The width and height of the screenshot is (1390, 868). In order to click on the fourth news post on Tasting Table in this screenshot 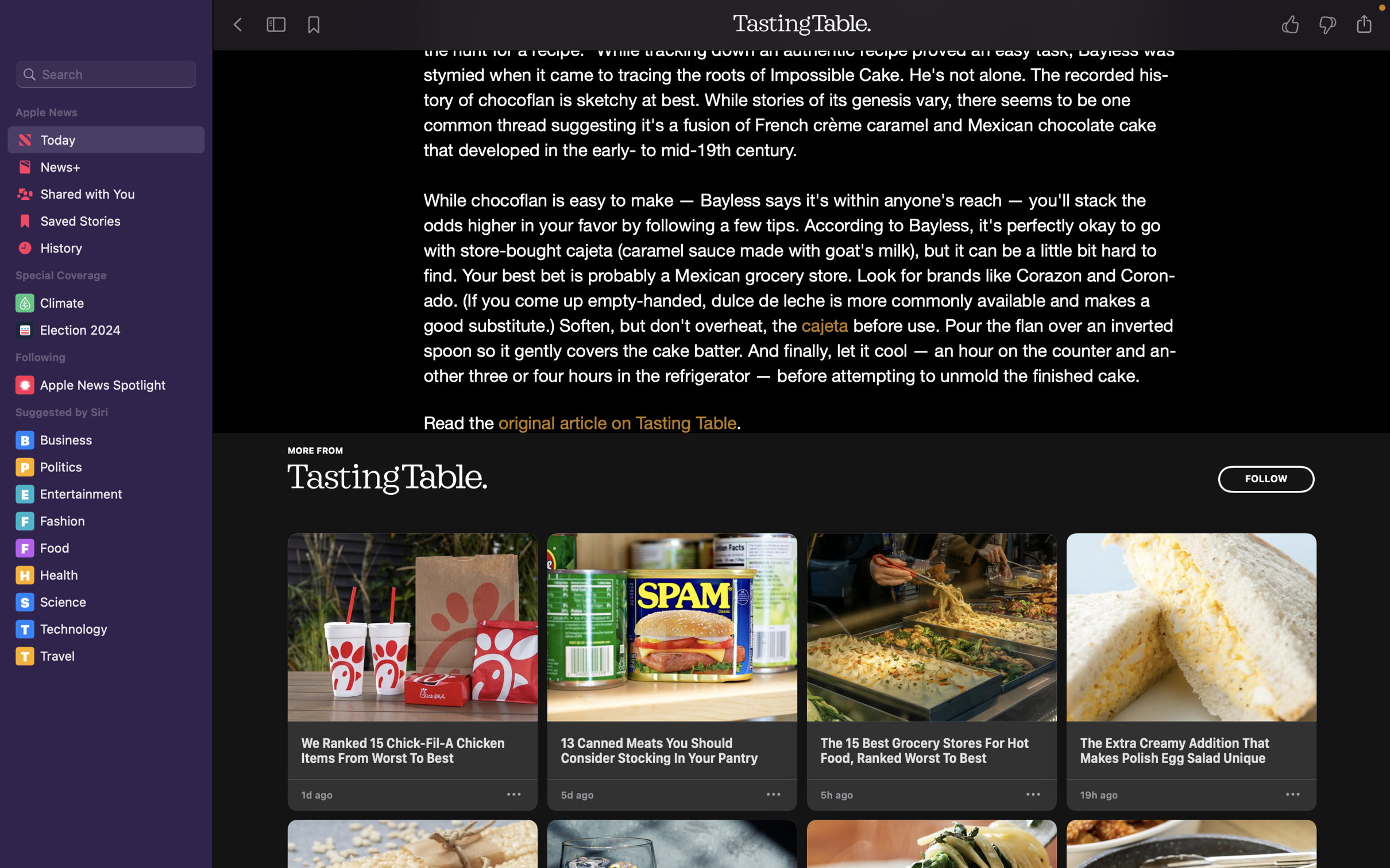, I will do `click(1191, 656)`.